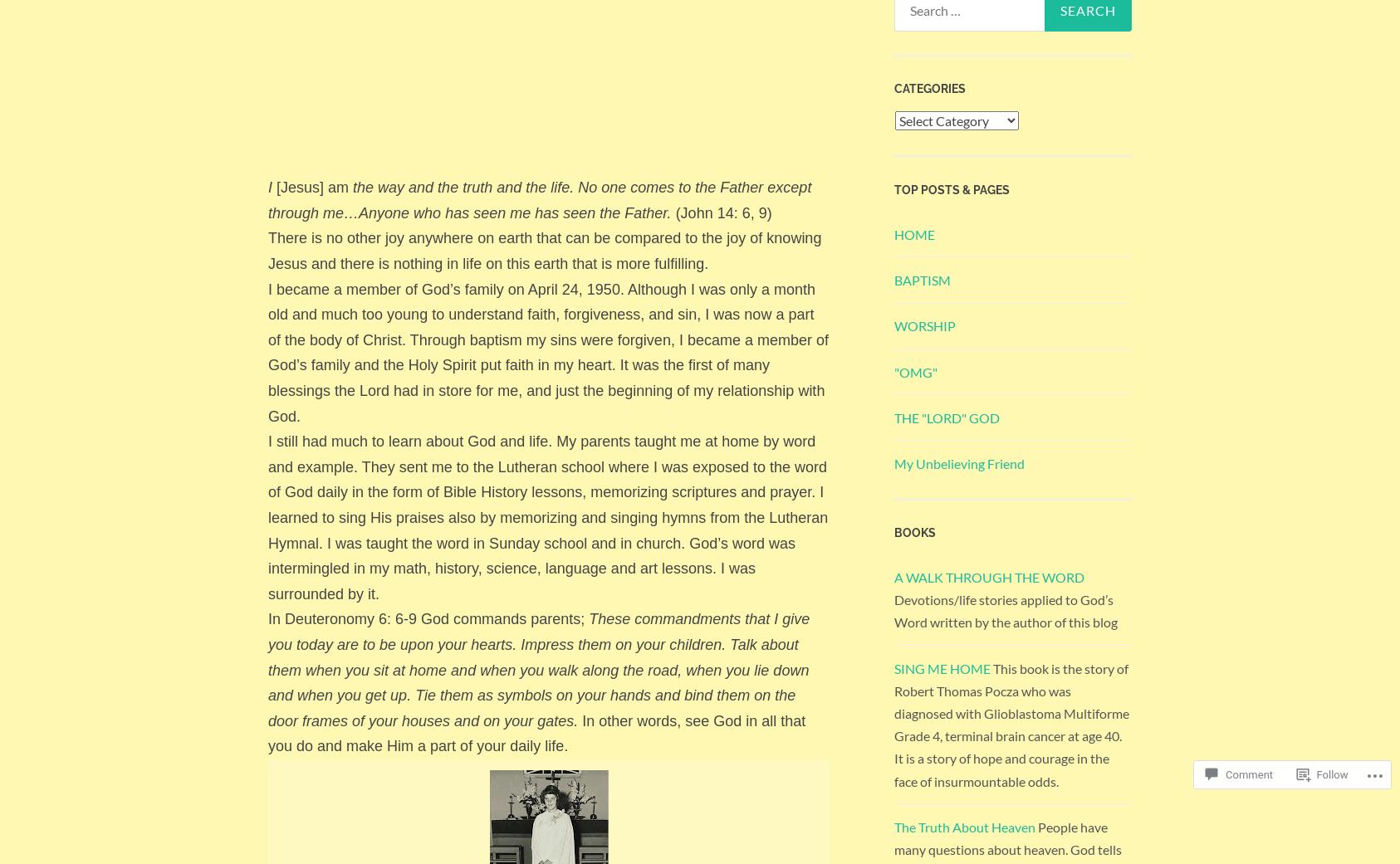 Image resolution: width=1400 pixels, height=864 pixels. What do you see at coordinates (547, 351) in the screenshot?
I see `'I became a member of God’s family on April 24, 1950. Although I was only a month old and much too young to understand faith, forgiveness, and sin, I was now a part of the body of Christ. Through baptism my sins were forgiven, I became a member of God’s family and the Holy Spirit put faith in my heart. It was the first of many blessings the Lord had in store for me, and just the beginning of my relationship with God.'` at bounding box center [547, 351].